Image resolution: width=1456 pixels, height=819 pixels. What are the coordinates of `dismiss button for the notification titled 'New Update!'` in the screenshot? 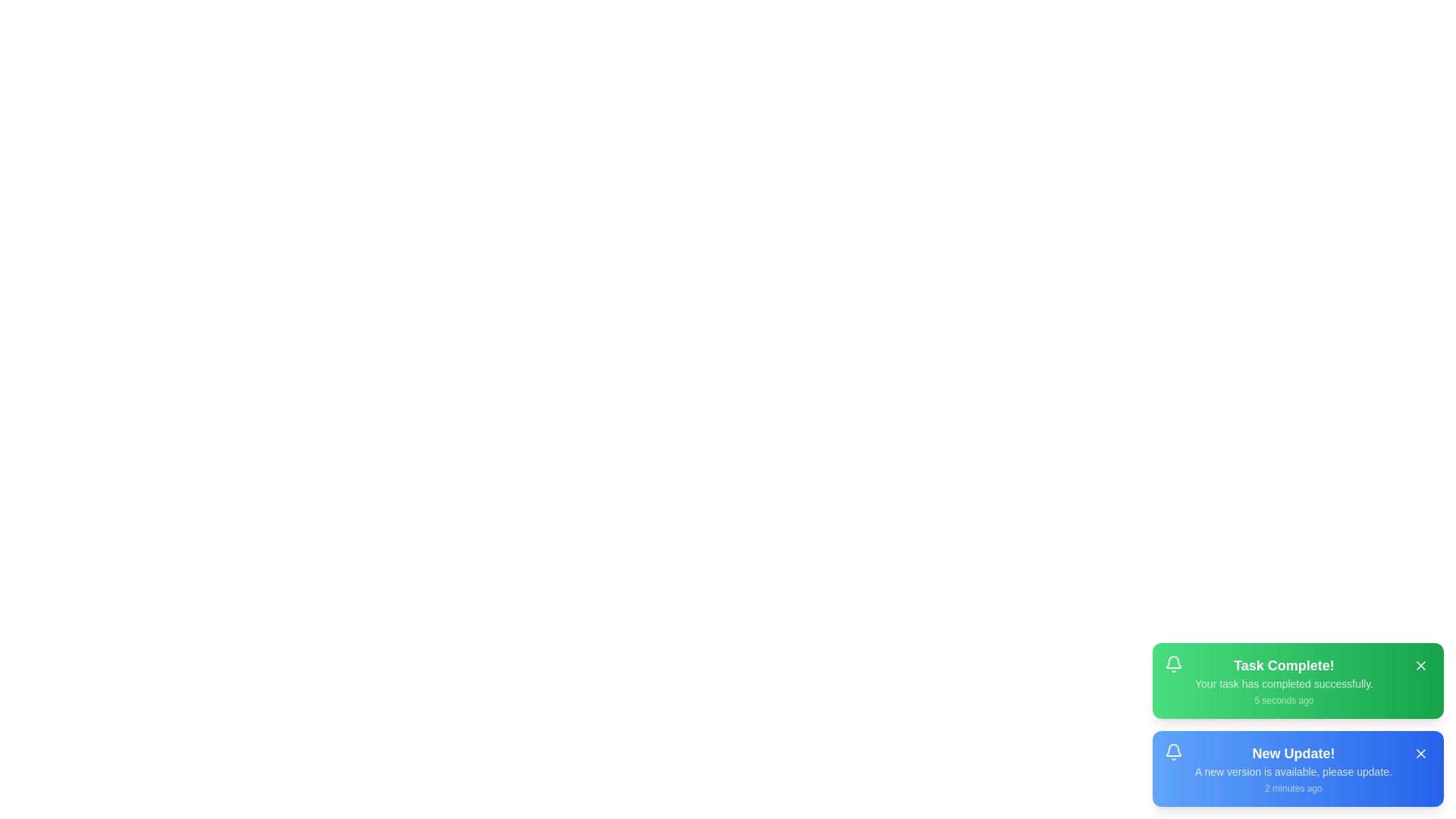 It's located at (1420, 754).